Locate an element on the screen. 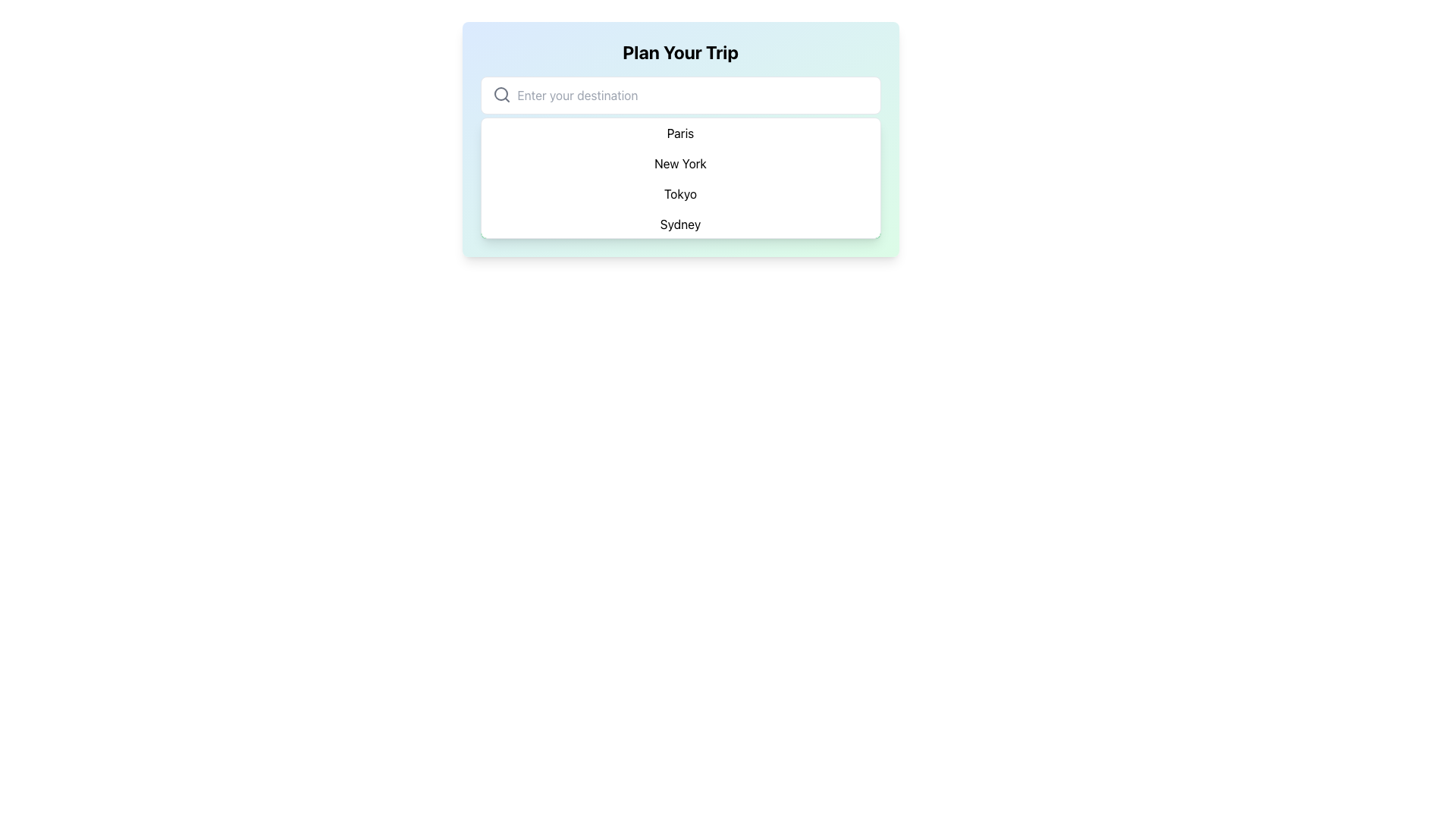 This screenshot has height=819, width=1456. the dropdown list is located at coordinates (679, 177).